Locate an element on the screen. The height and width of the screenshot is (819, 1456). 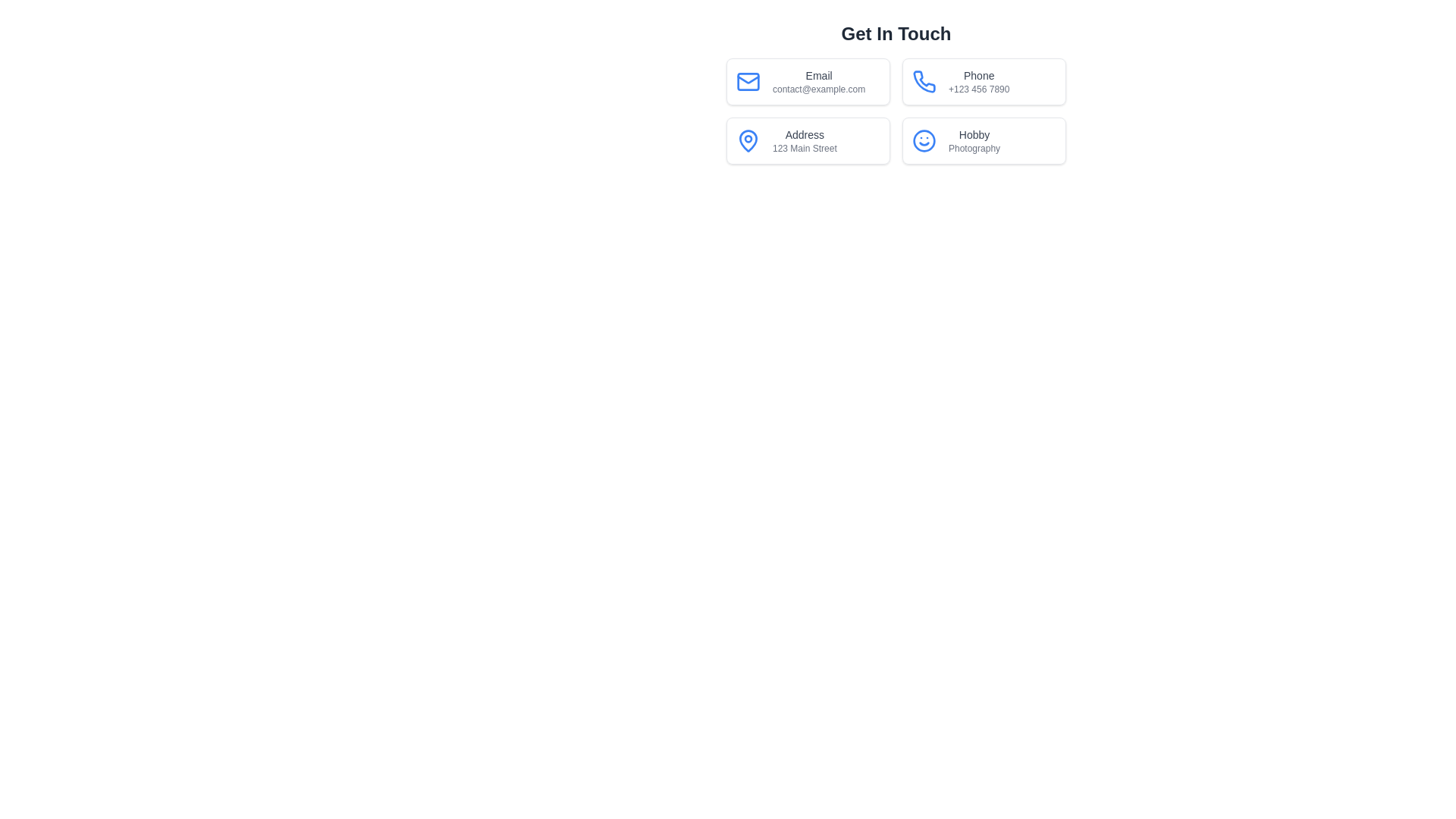
the 'Email' label, which displays the word in a clear, sans-serif font and is positioned above the email address in a contact information card is located at coordinates (818, 76).